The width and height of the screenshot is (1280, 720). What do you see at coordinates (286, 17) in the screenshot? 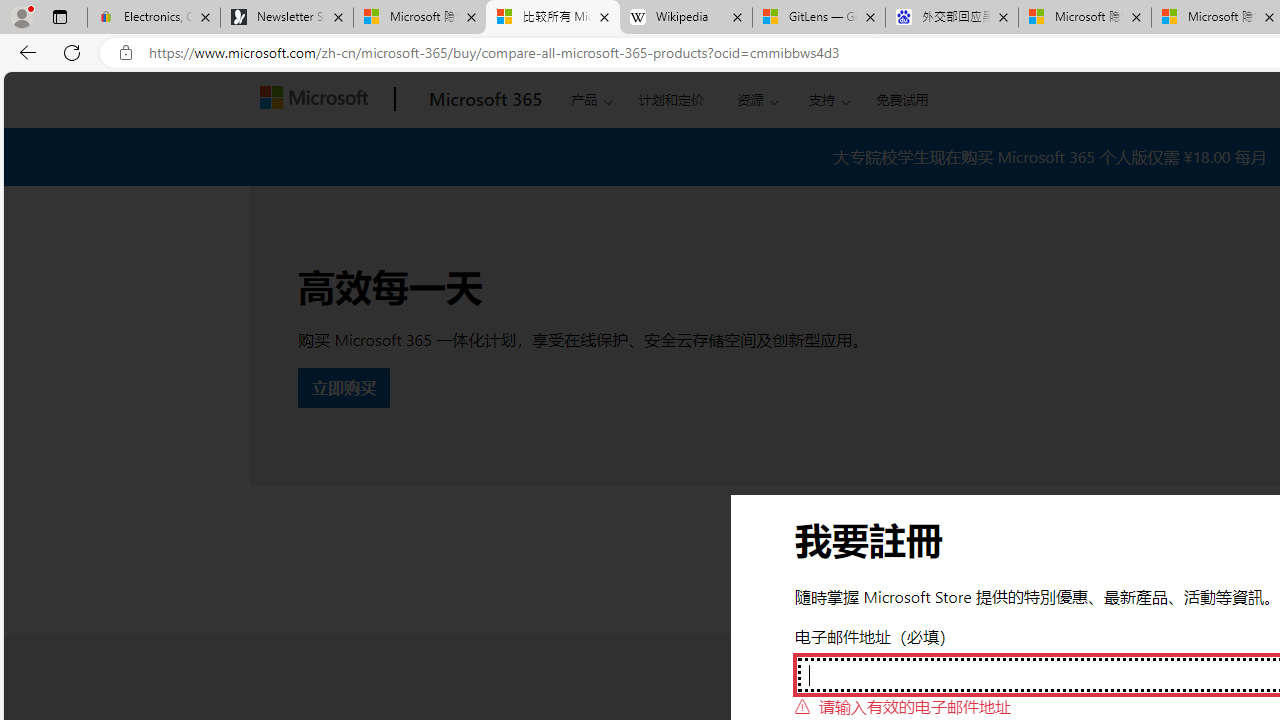
I see `'Newsletter Sign Up'` at bounding box center [286, 17].